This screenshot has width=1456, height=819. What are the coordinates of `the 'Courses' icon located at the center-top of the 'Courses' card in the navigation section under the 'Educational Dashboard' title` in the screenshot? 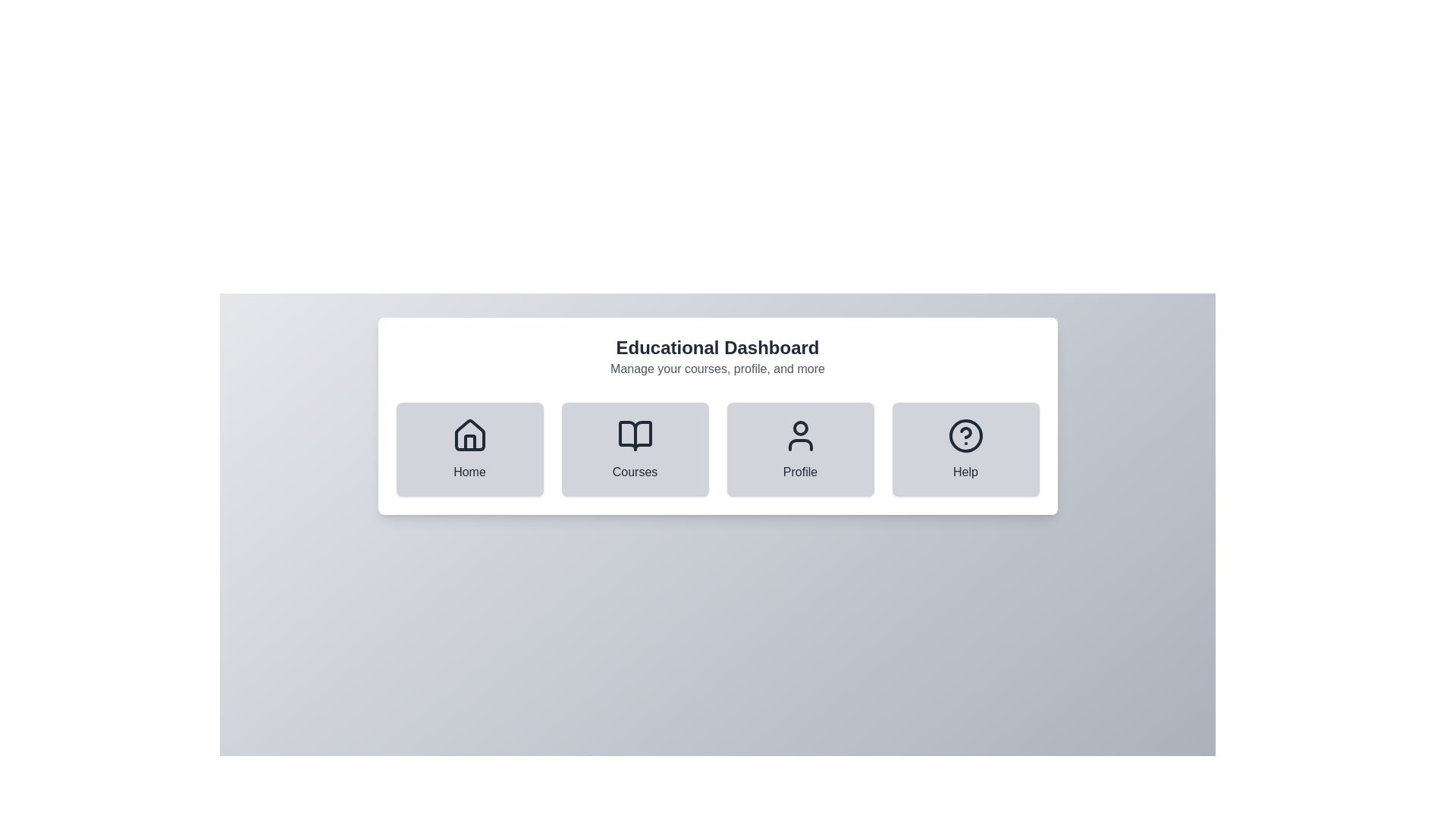 It's located at (635, 435).